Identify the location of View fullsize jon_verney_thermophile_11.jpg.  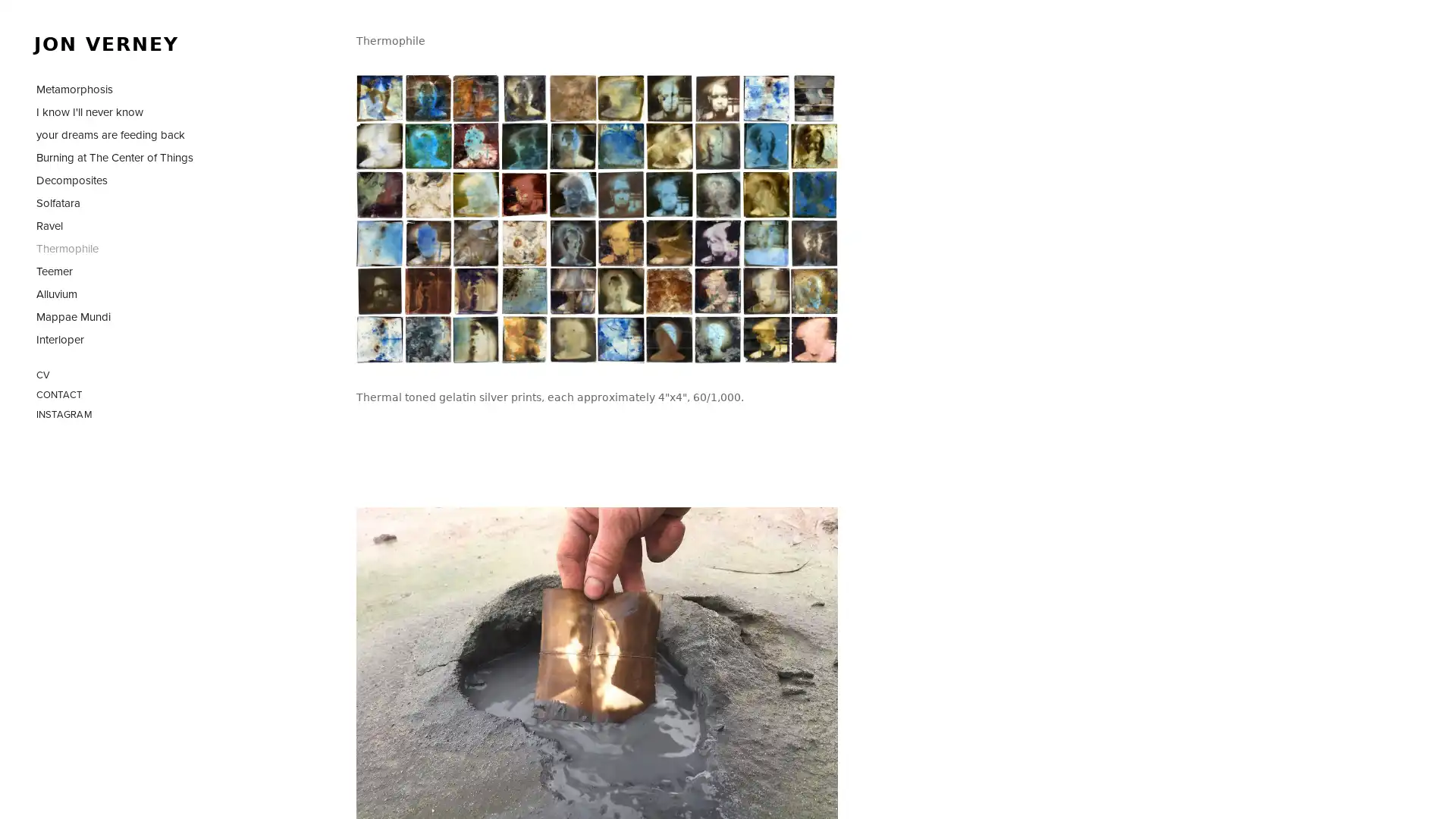
(571, 193).